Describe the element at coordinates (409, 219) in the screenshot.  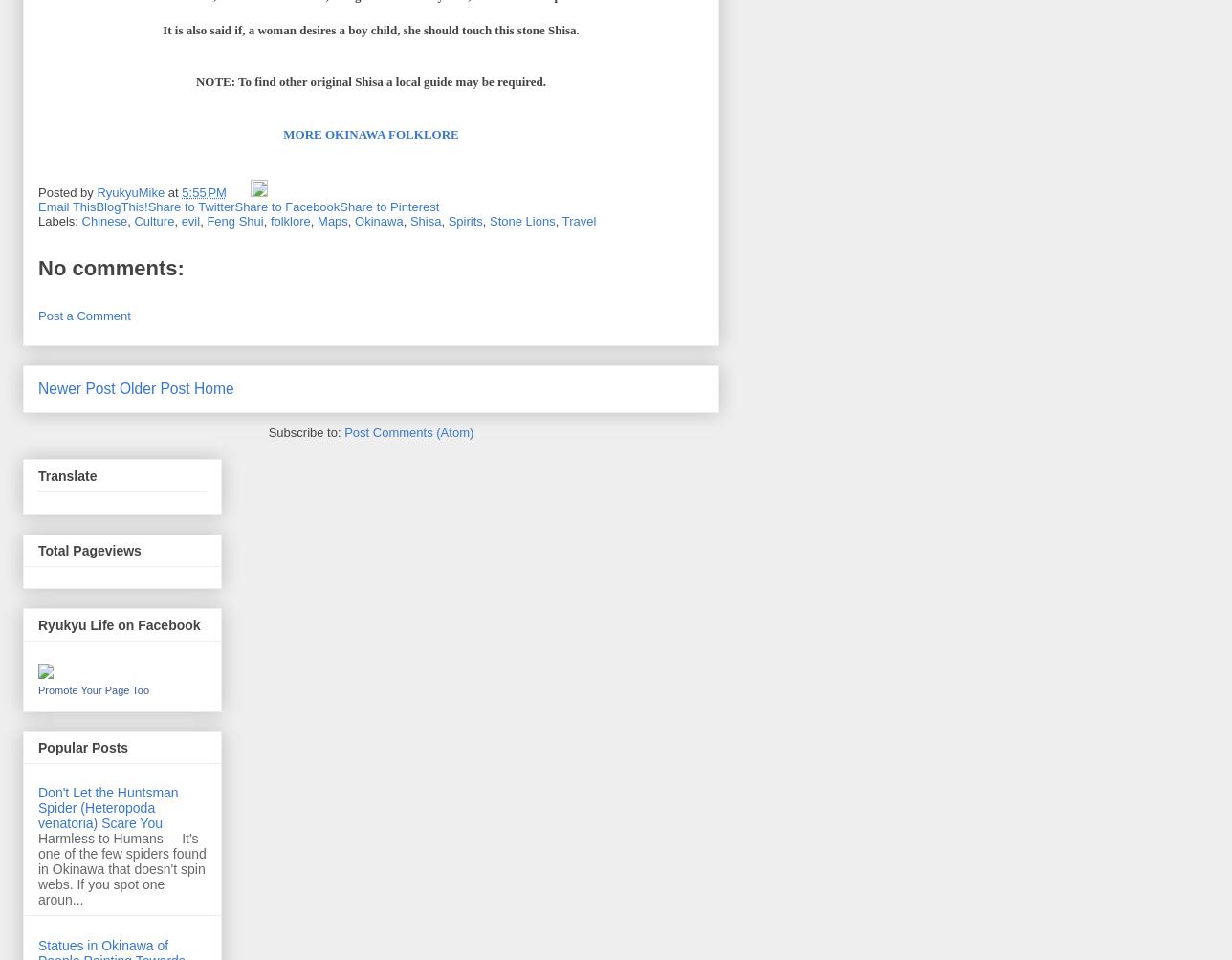
I see `'Shisa'` at that location.